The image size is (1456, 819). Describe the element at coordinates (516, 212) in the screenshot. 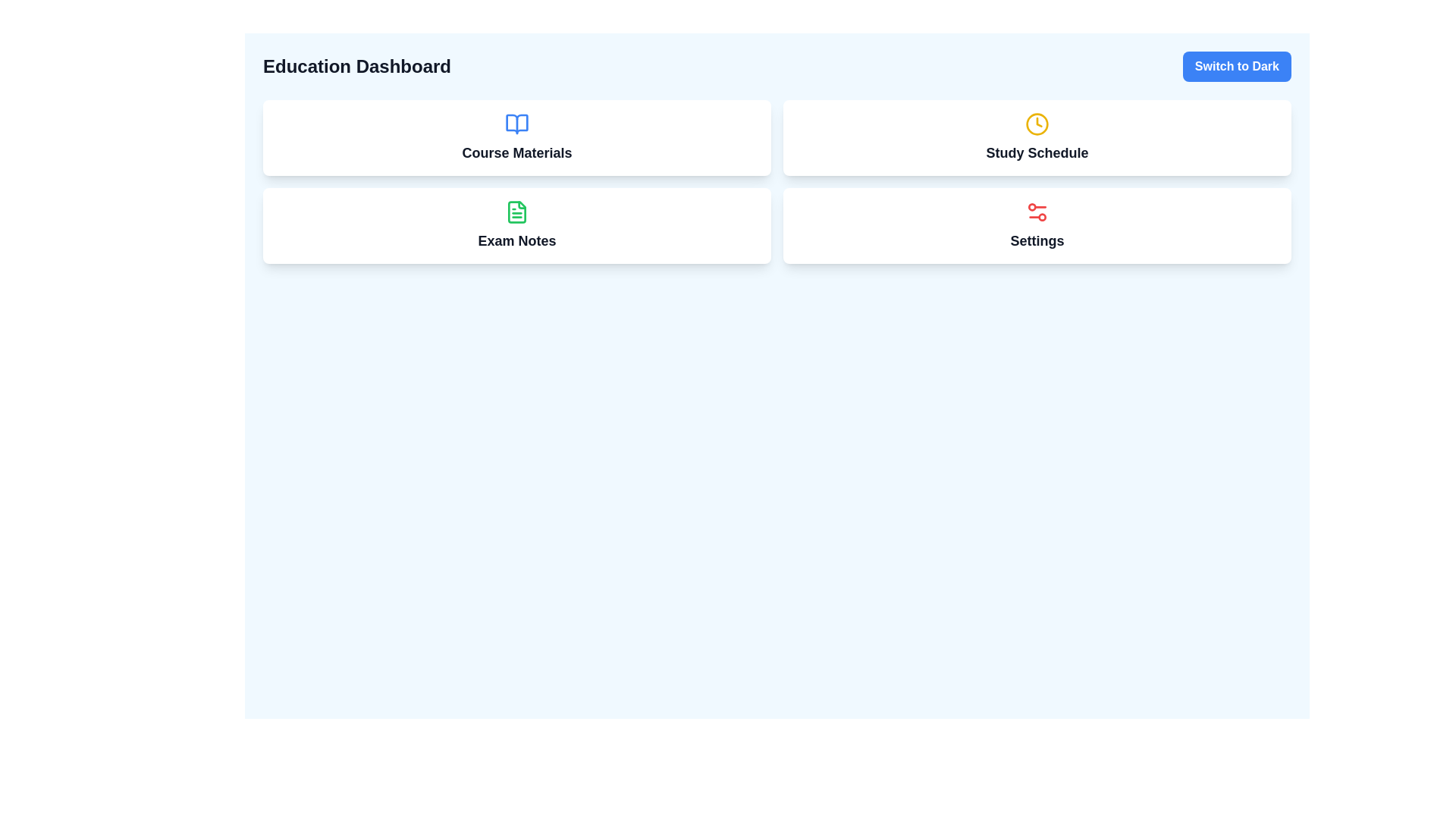

I see `the green document icon styled with rounded corners, located within the 'Exam Notes' block under the 'Education Dashboard' heading` at that location.